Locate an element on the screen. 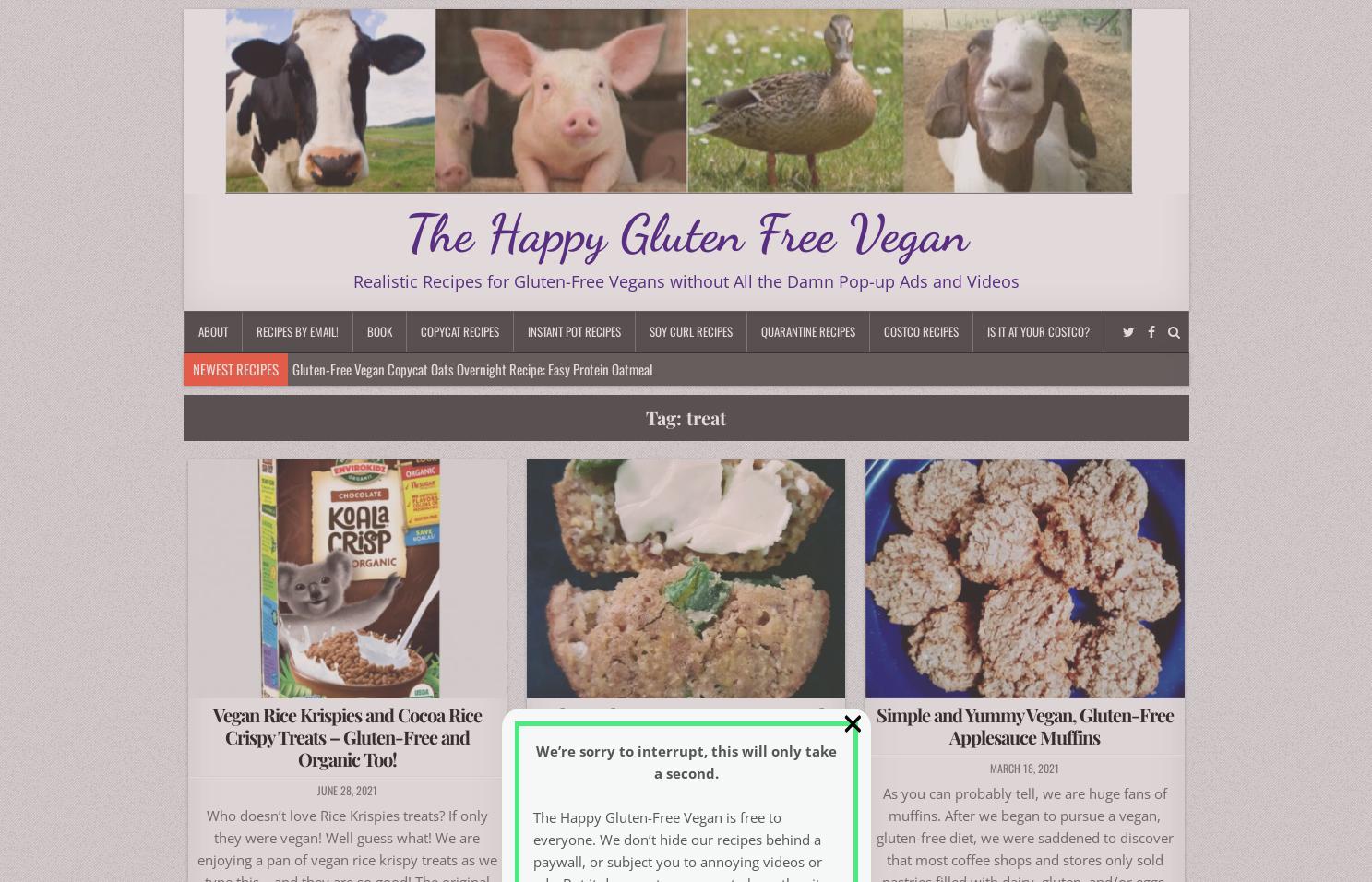 This screenshot has height=882, width=1372. 'Amazingly Delicious Vegan Soft Nougat Recipe!' is located at coordinates (303, 433).